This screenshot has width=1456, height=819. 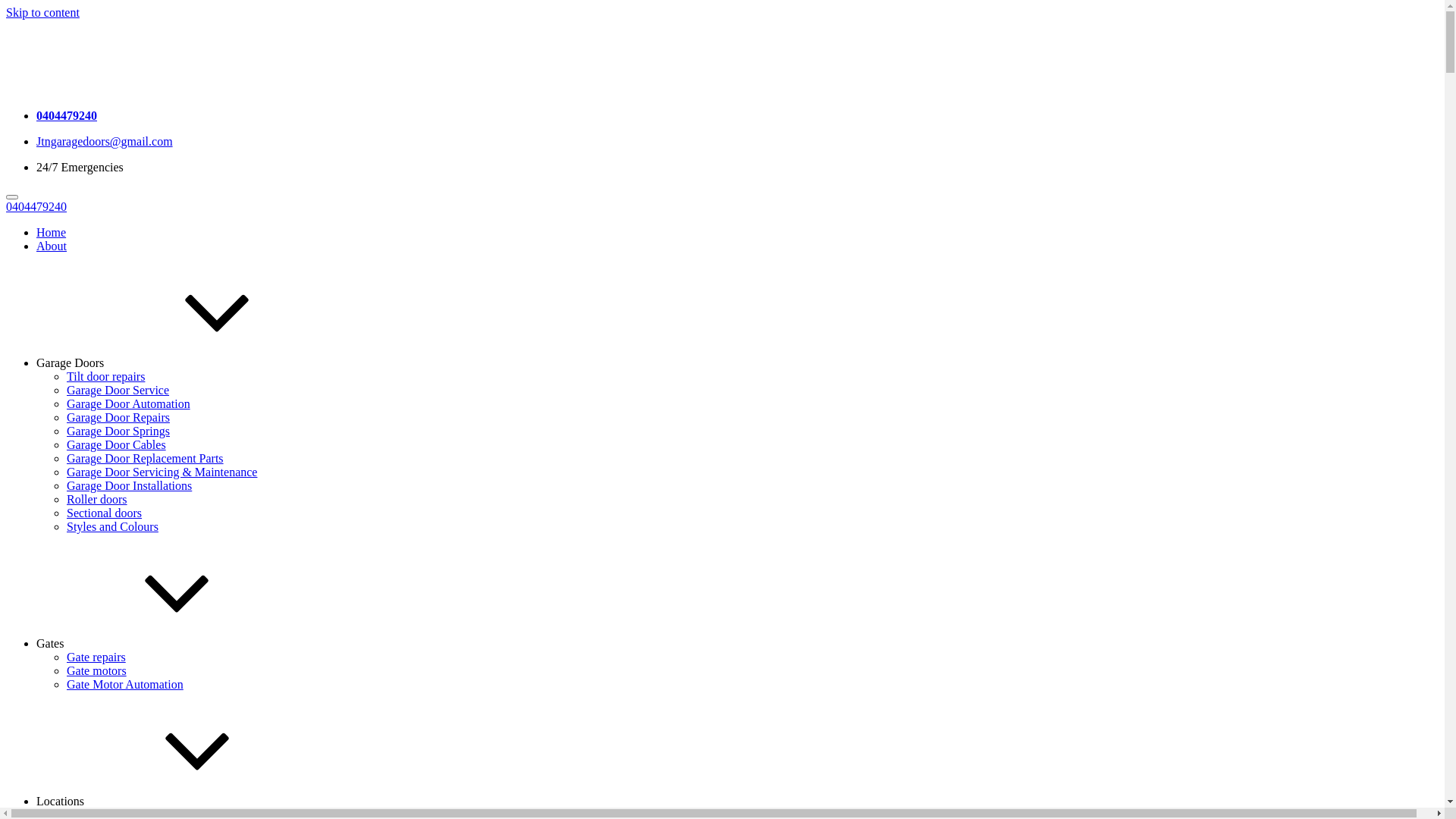 What do you see at coordinates (103, 512) in the screenshot?
I see `'Sectional doors'` at bounding box center [103, 512].